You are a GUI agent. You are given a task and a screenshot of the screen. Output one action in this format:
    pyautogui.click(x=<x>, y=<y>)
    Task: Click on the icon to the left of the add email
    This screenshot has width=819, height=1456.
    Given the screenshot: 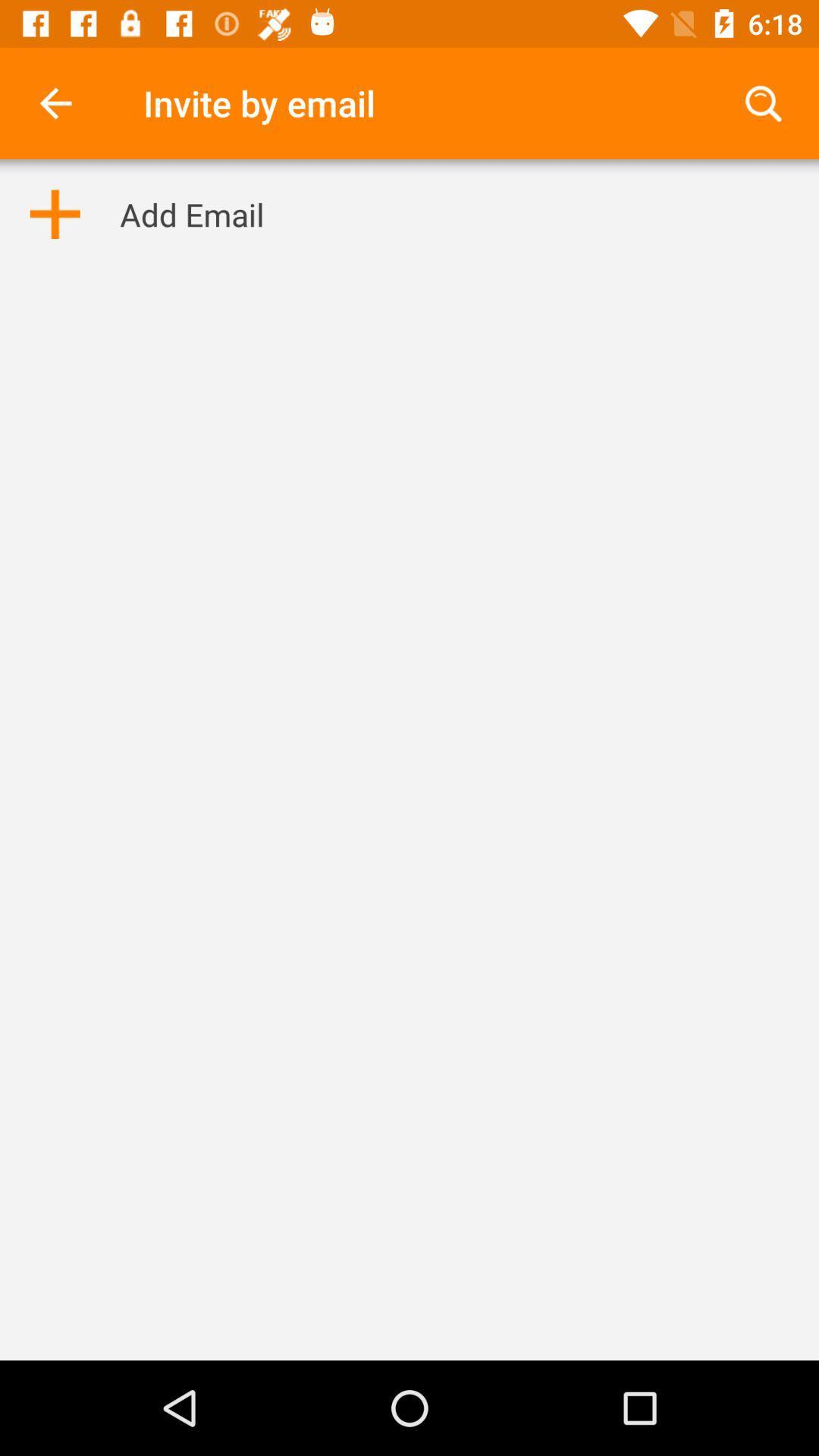 What is the action you would take?
    pyautogui.click(x=54, y=213)
    